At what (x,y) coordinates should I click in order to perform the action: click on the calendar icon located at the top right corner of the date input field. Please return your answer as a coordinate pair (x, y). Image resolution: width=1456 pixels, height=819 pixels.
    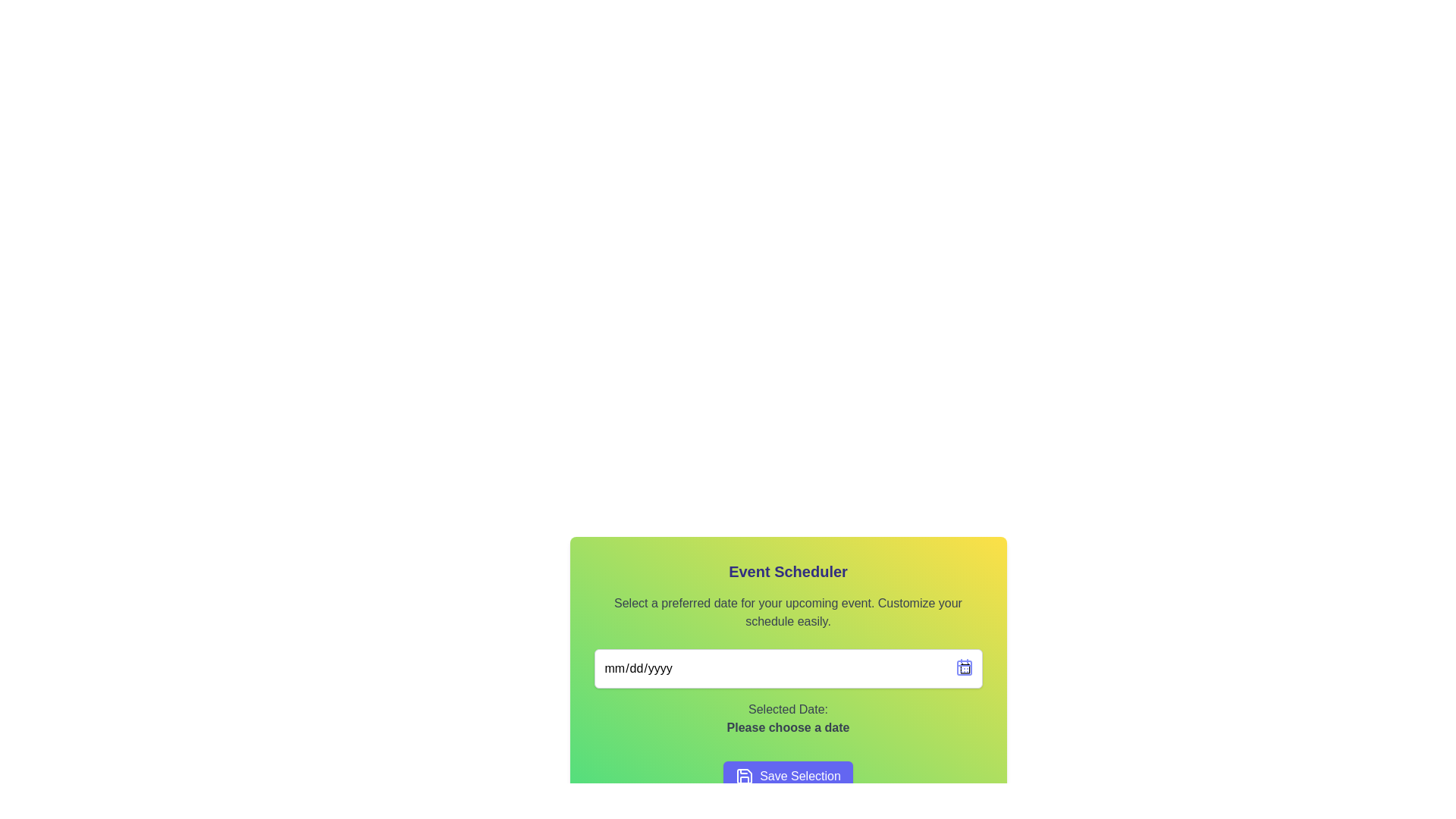
    Looking at the image, I should click on (963, 666).